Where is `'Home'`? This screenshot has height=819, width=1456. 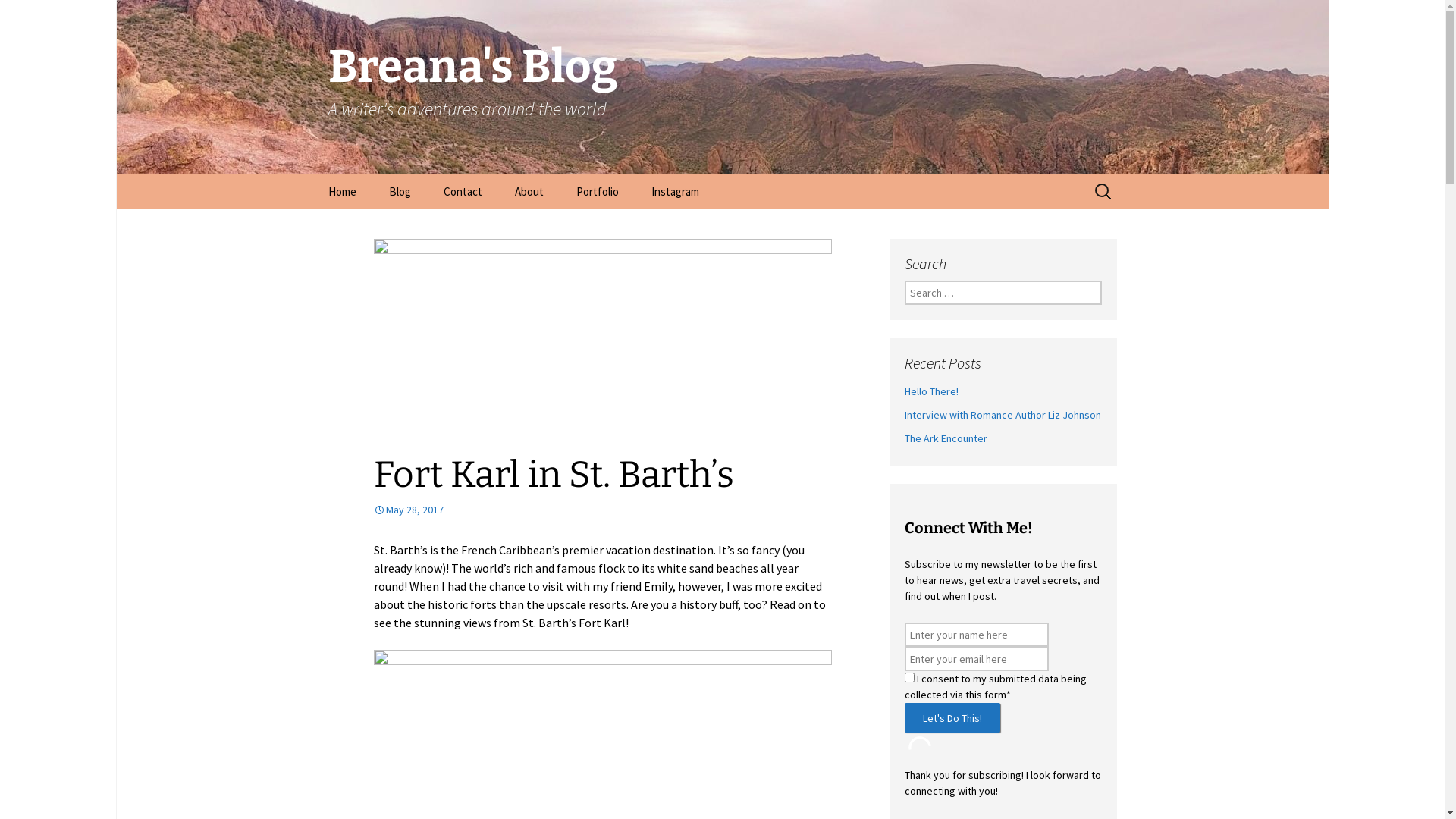 'Home' is located at coordinates (312, 190).